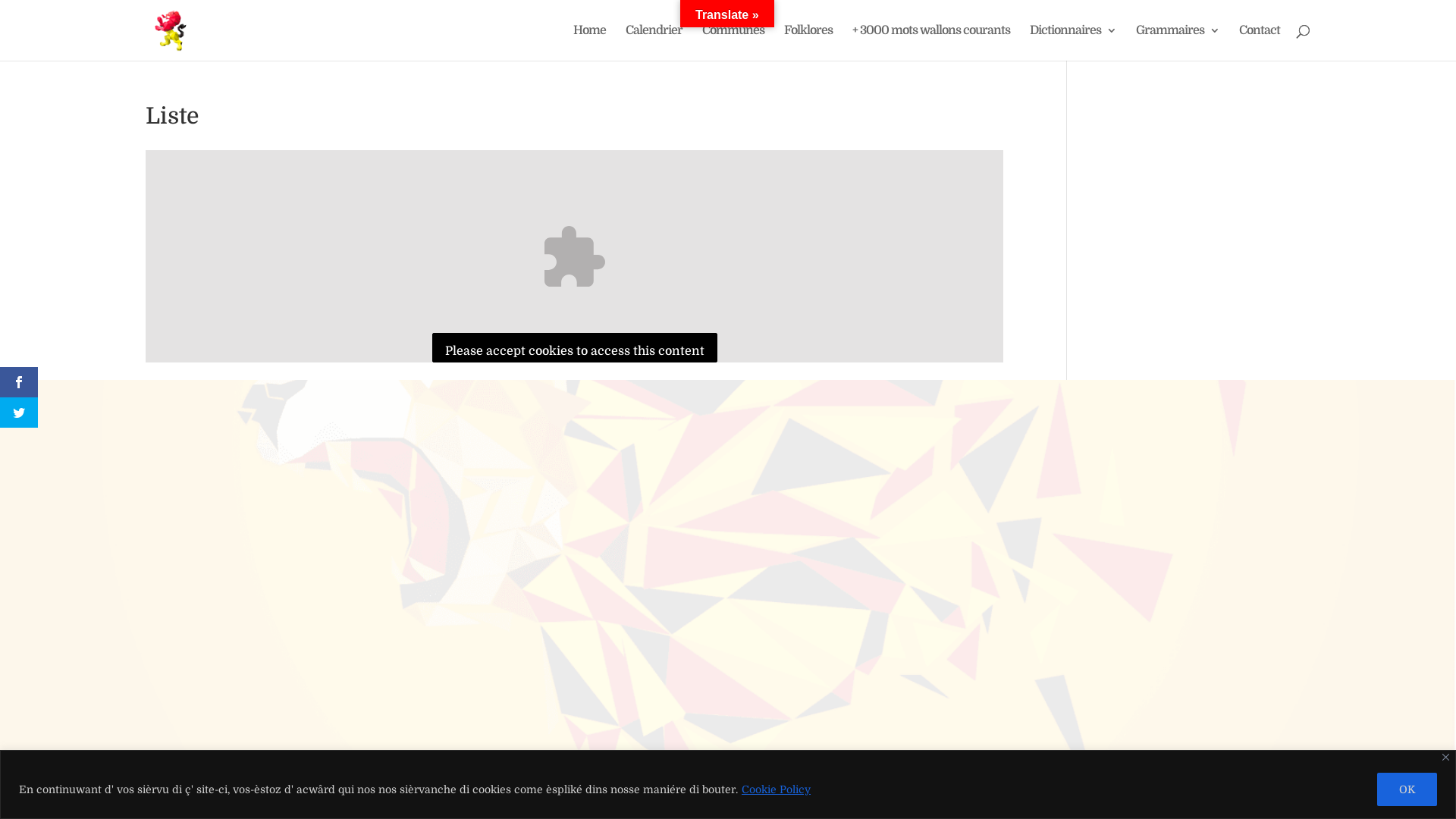  I want to click on 'Calendrier', so click(654, 42).